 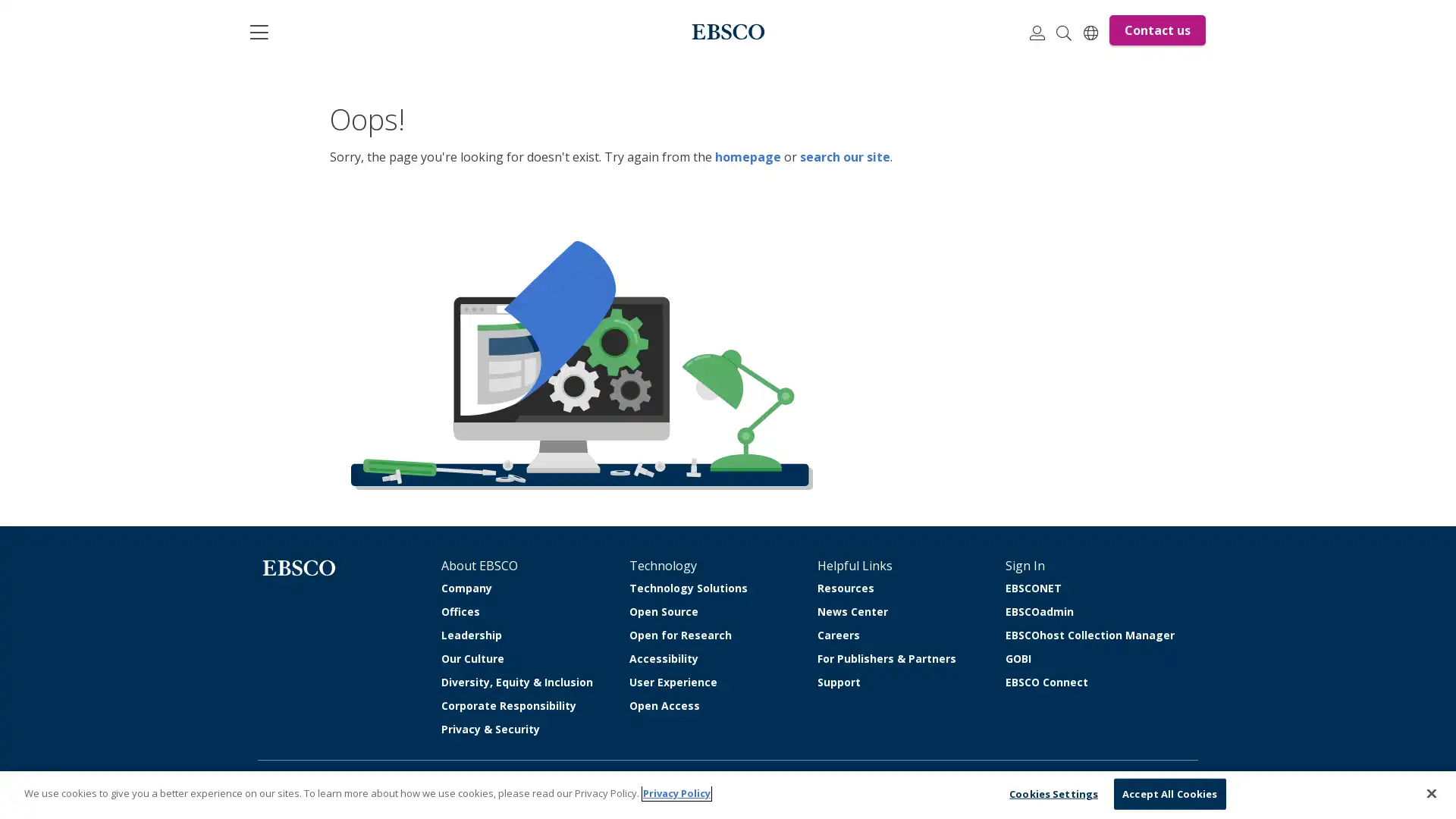 I want to click on Cookies Settings, so click(x=1053, y=792).